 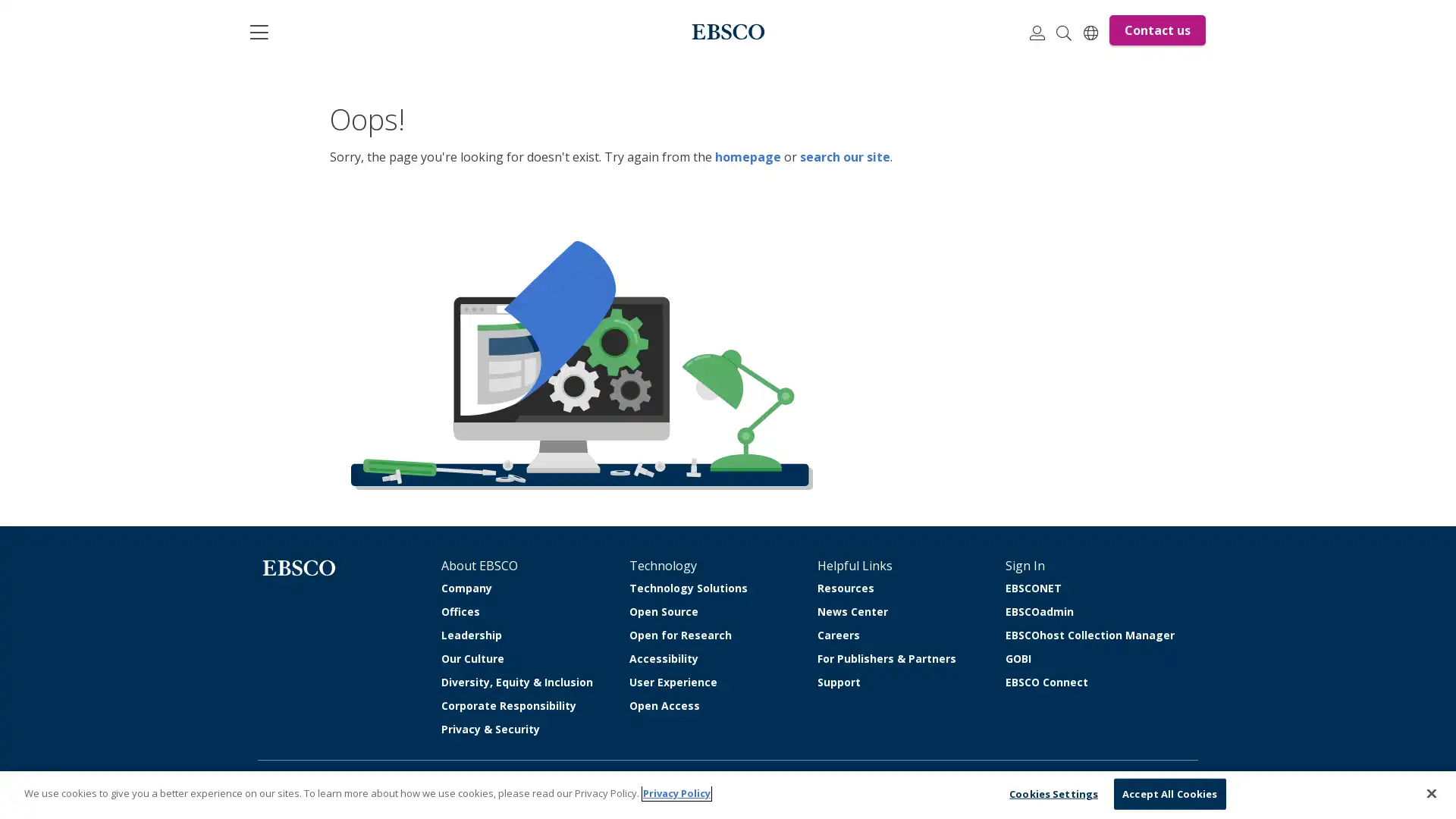 I want to click on Cookies Settings, so click(x=1053, y=792).